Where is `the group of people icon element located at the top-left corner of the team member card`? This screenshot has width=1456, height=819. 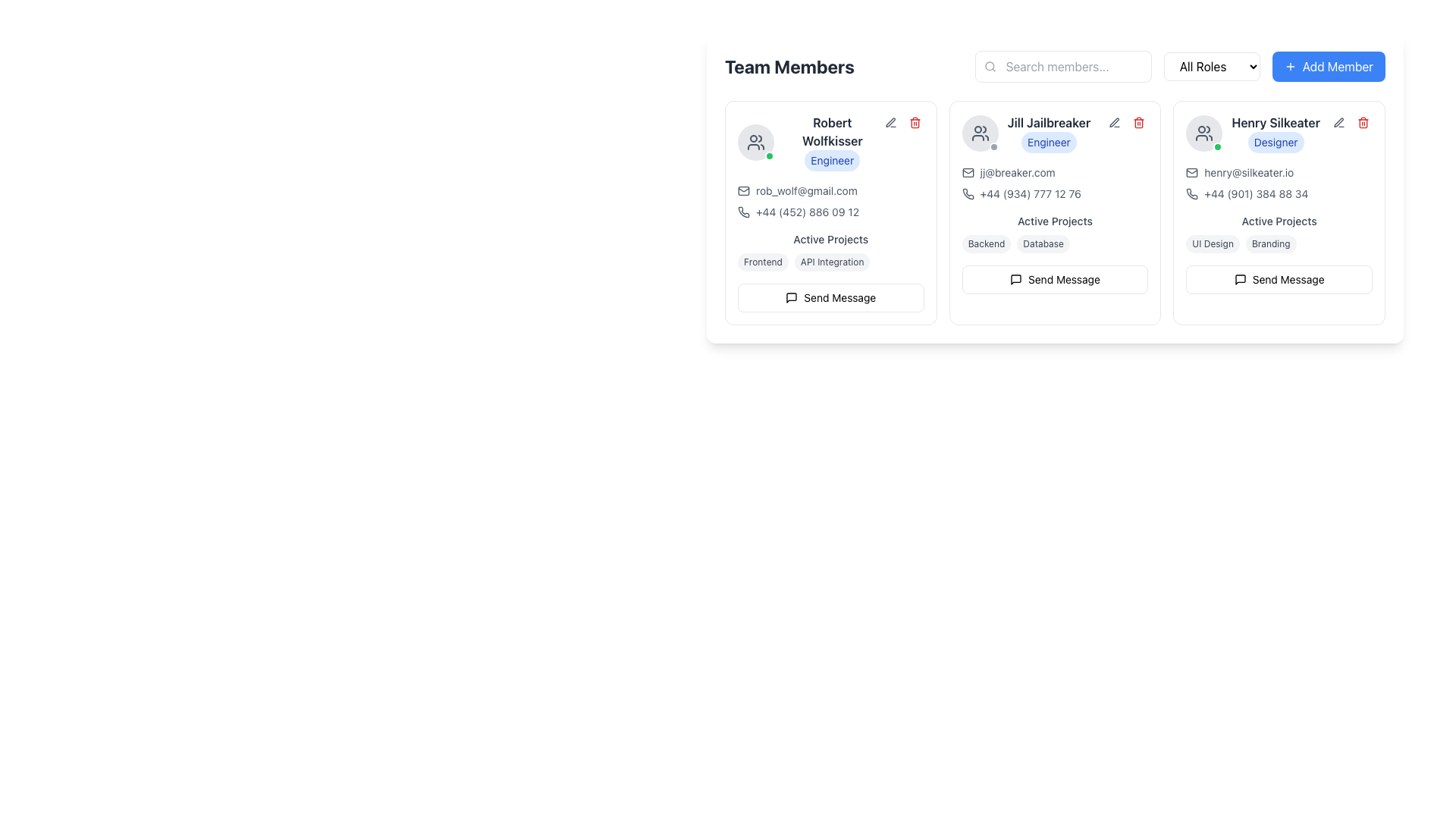 the group of people icon element located at the top-left corner of the team member card is located at coordinates (756, 143).